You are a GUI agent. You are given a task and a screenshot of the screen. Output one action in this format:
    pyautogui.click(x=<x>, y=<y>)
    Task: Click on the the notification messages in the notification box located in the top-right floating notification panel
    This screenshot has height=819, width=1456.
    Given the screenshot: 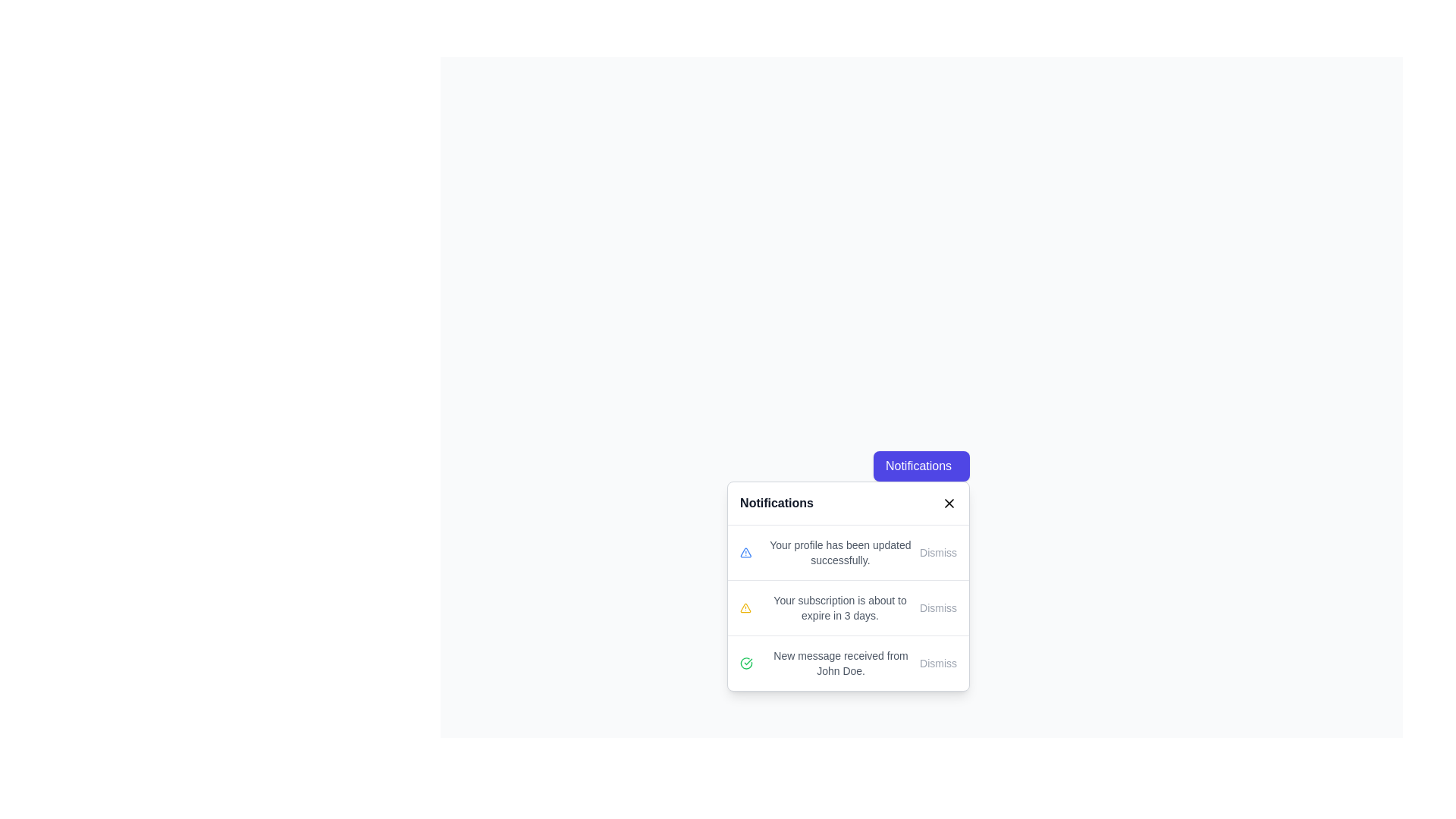 What is the action you would take?
    pyautogui.click(x=848, y=607)
    